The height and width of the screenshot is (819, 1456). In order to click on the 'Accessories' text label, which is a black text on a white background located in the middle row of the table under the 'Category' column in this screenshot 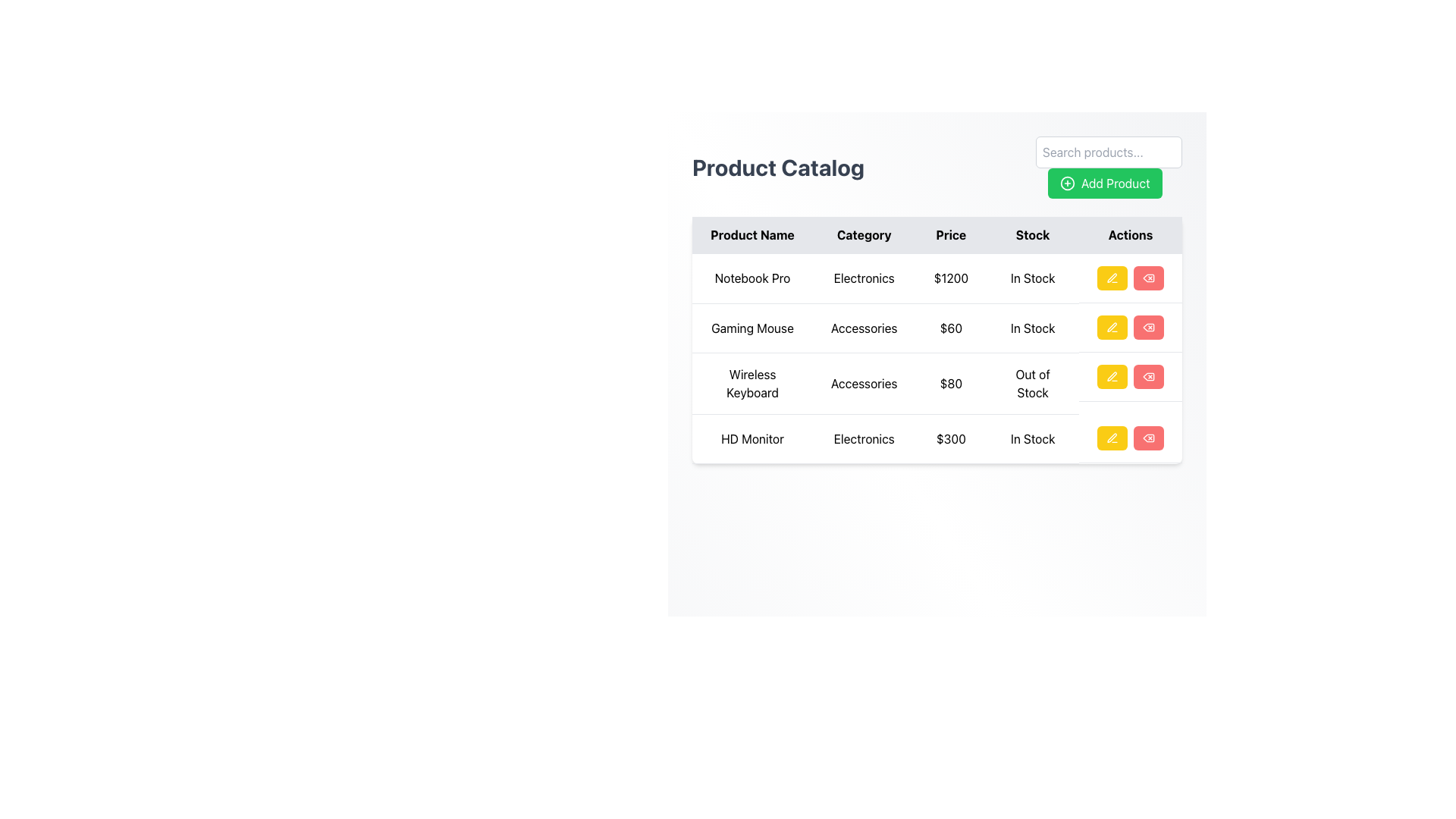, I will do `click(864, 382)`.